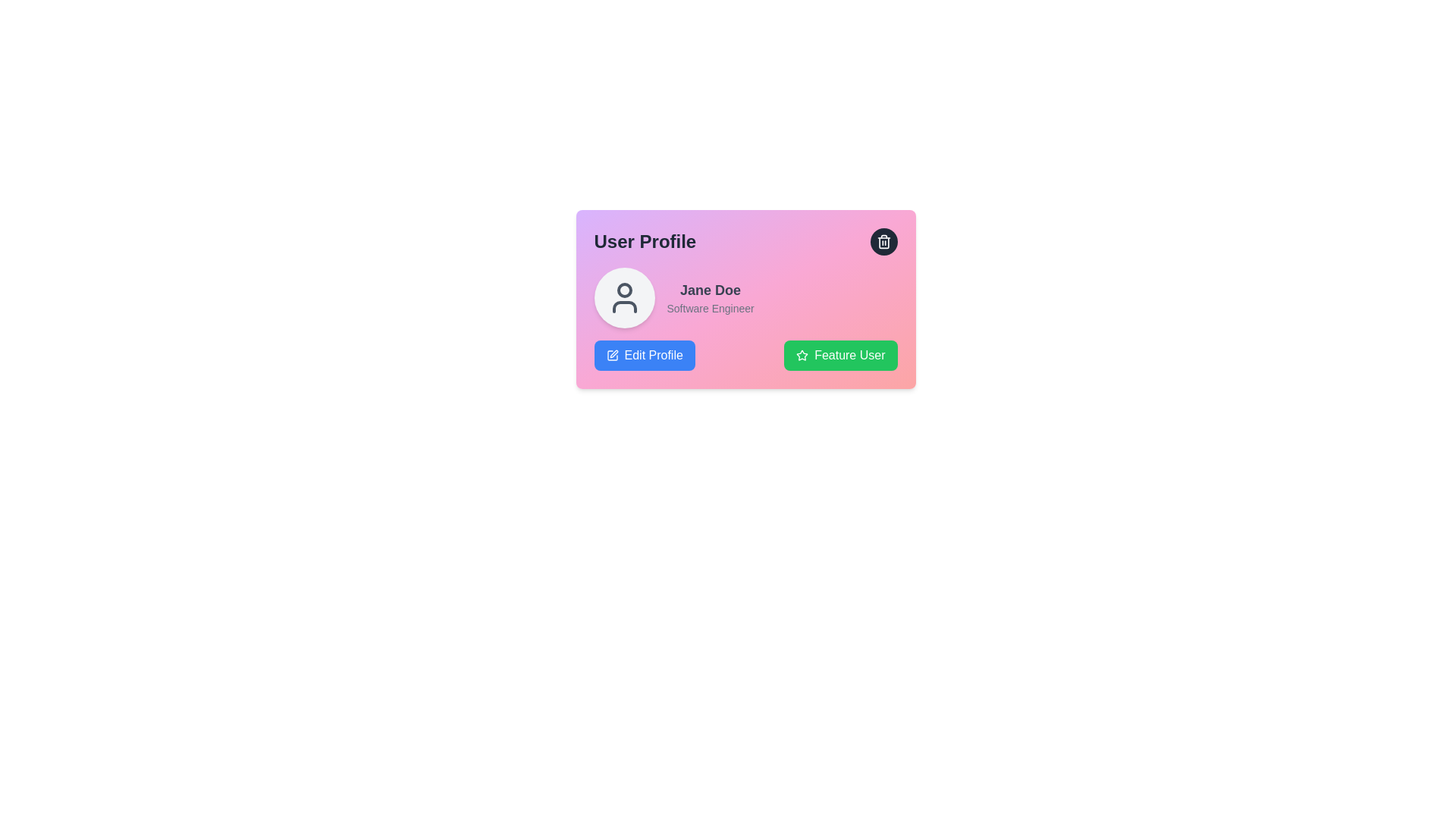 Image resolution: width=1456 pixels, height=819 pixels. What do you see at coordinates (624, 298) in the screenshot?
I see `the user icon represented as a stylized outline of a person, which is centrally aligned within a circular area at the top-left of the 'User Profile' card` at bounding box center [624, 298].